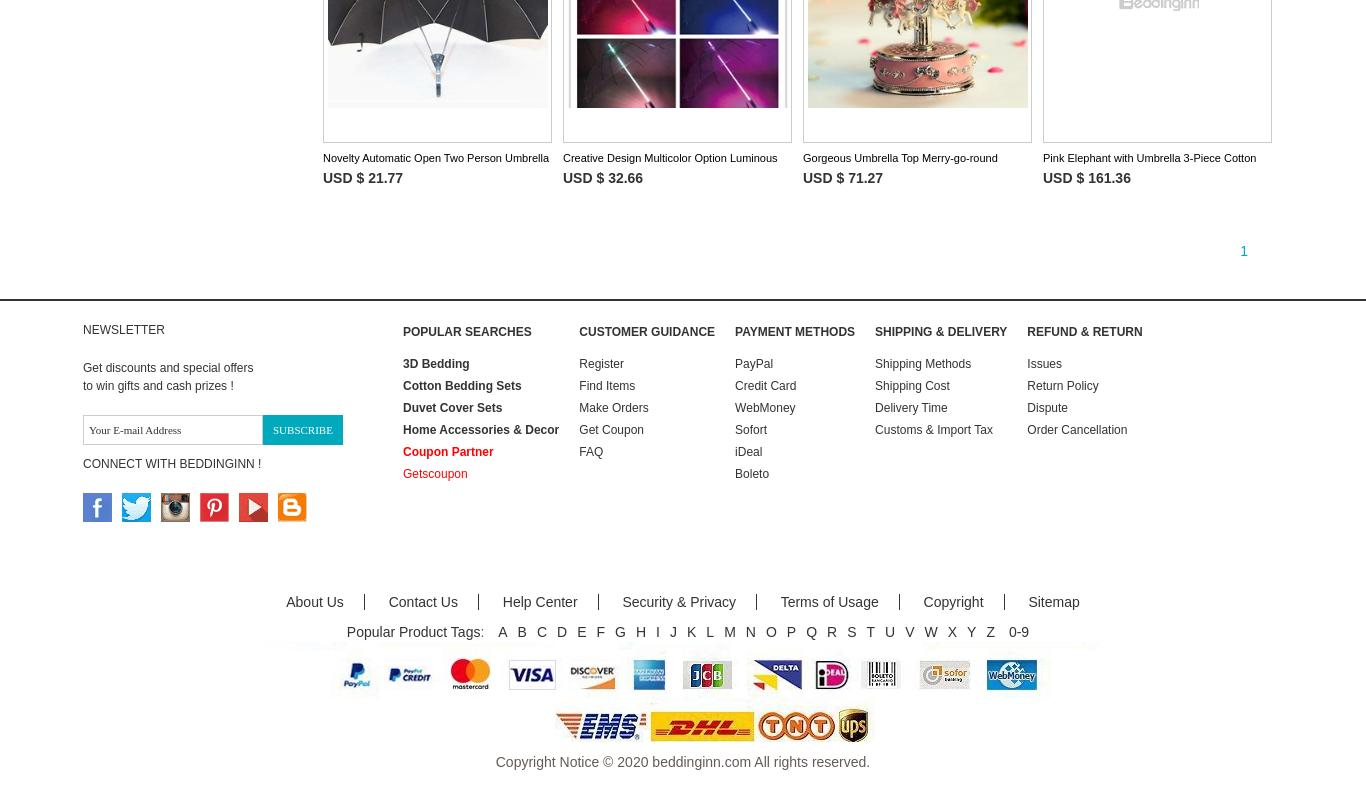 The height and width of the screenshot is (801, 1366). What do you see at coordinates (1149, 167) in the screenshot?
I see `'Pink Elephant with Umbrella 3-Piece Cotton Duvet Cover S\ets'` at bounding box center [1149, 167].